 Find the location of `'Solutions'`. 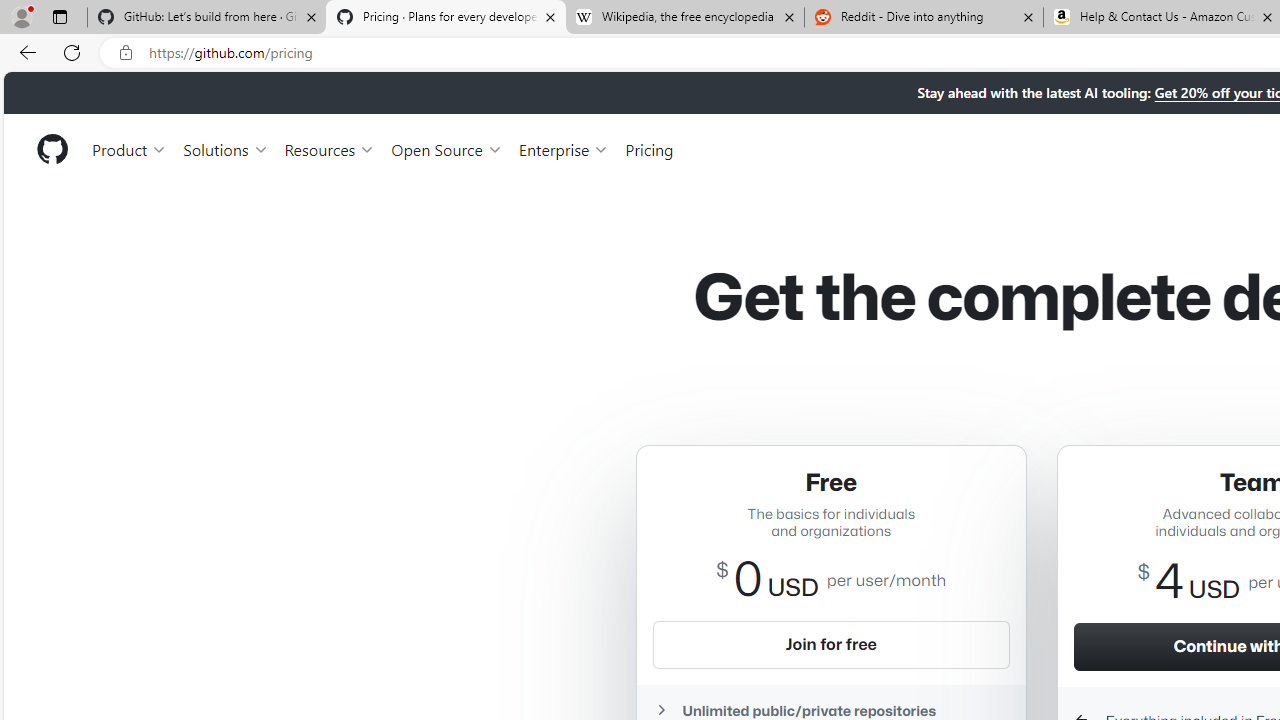

'Solutions' is located at coordinates (225, 148).